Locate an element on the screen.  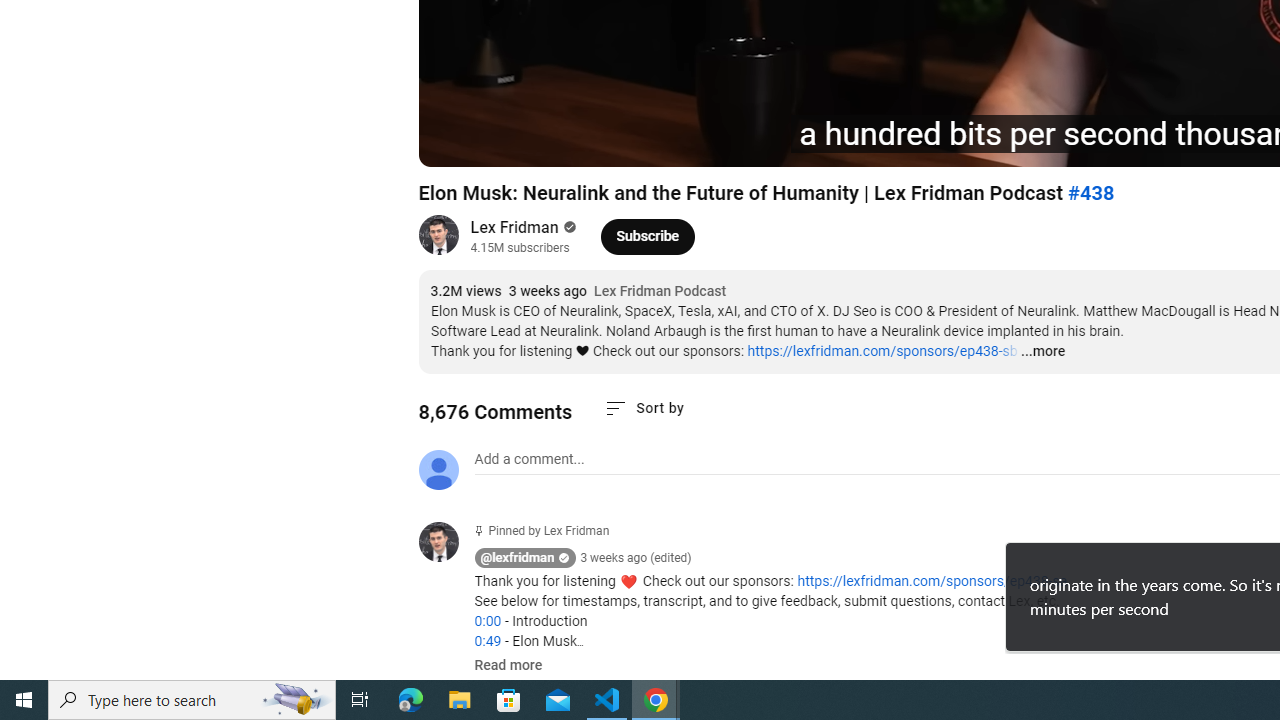
'@lexfridman' is located at coordinates (517, 558).